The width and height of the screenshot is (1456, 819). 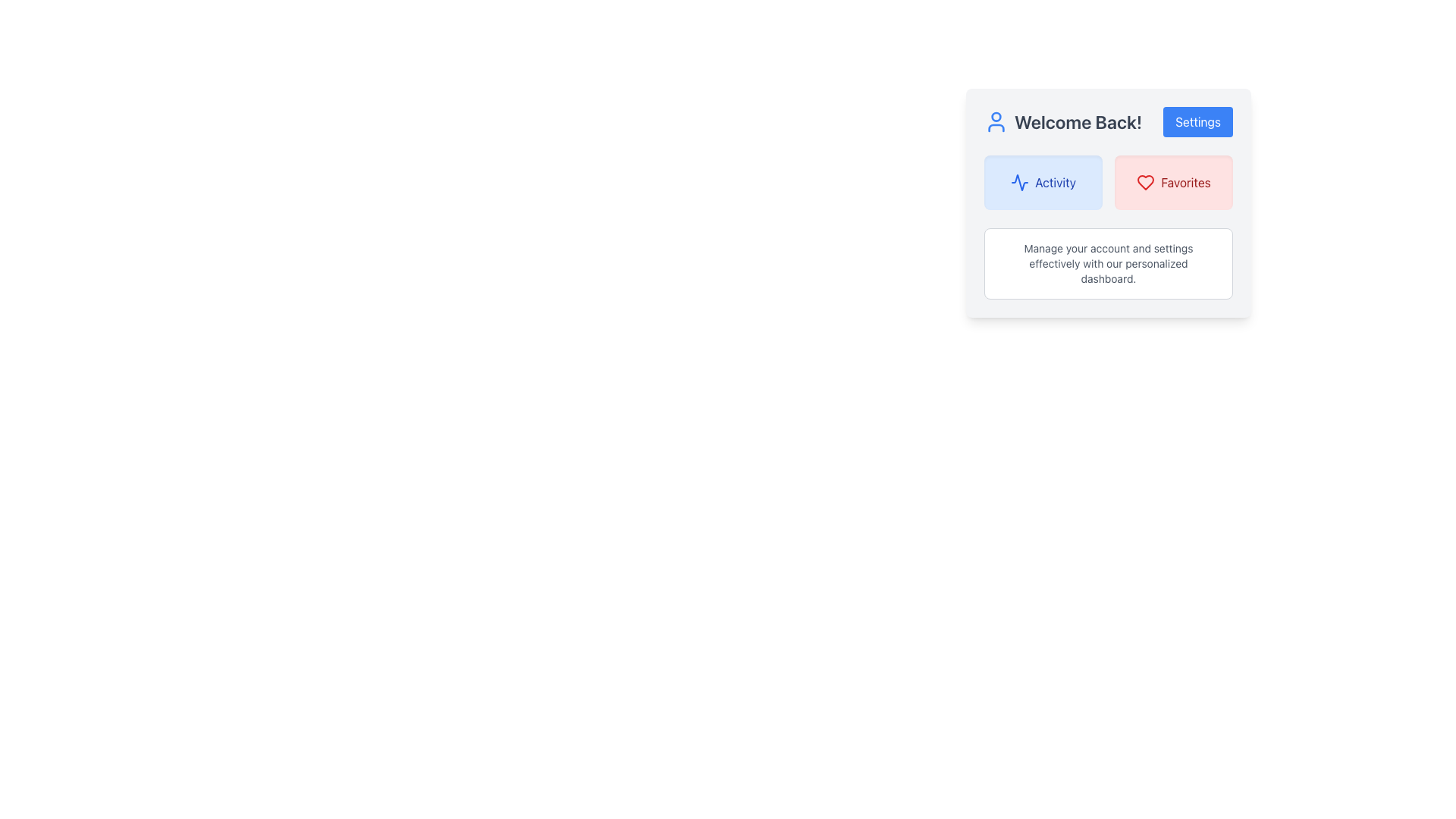 What do you see at coordinates (996, 116) in the screenshot?
I see `the decorative circle graphic element that is part of the user profile icon, positioned above the 'Welcome Back!' text in the top-left corner of the card layout` at bounding box center [996, 116].